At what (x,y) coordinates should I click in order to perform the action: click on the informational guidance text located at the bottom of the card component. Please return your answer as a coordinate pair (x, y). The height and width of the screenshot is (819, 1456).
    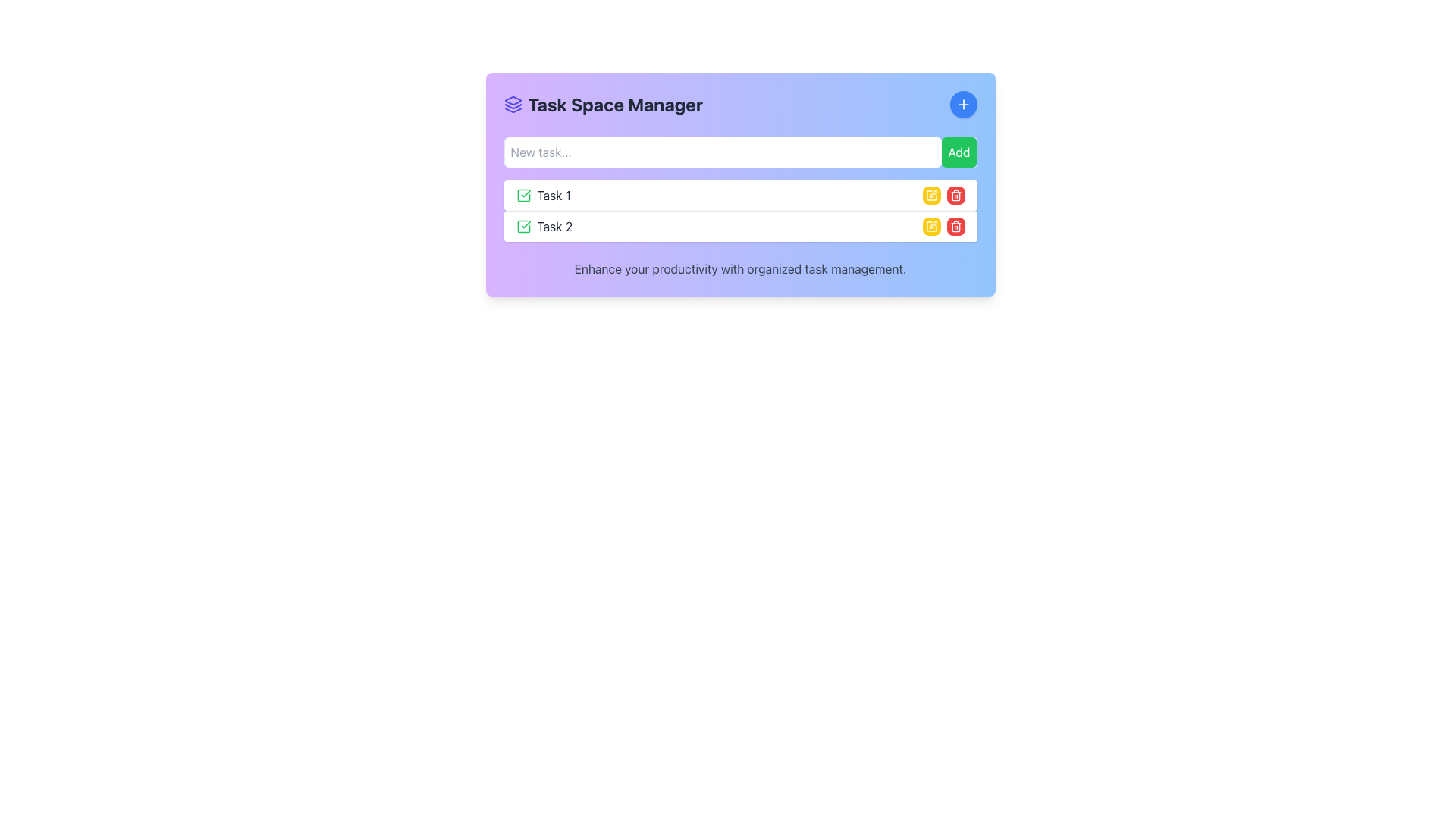
    Looking at the image, I should click on (740, 268).